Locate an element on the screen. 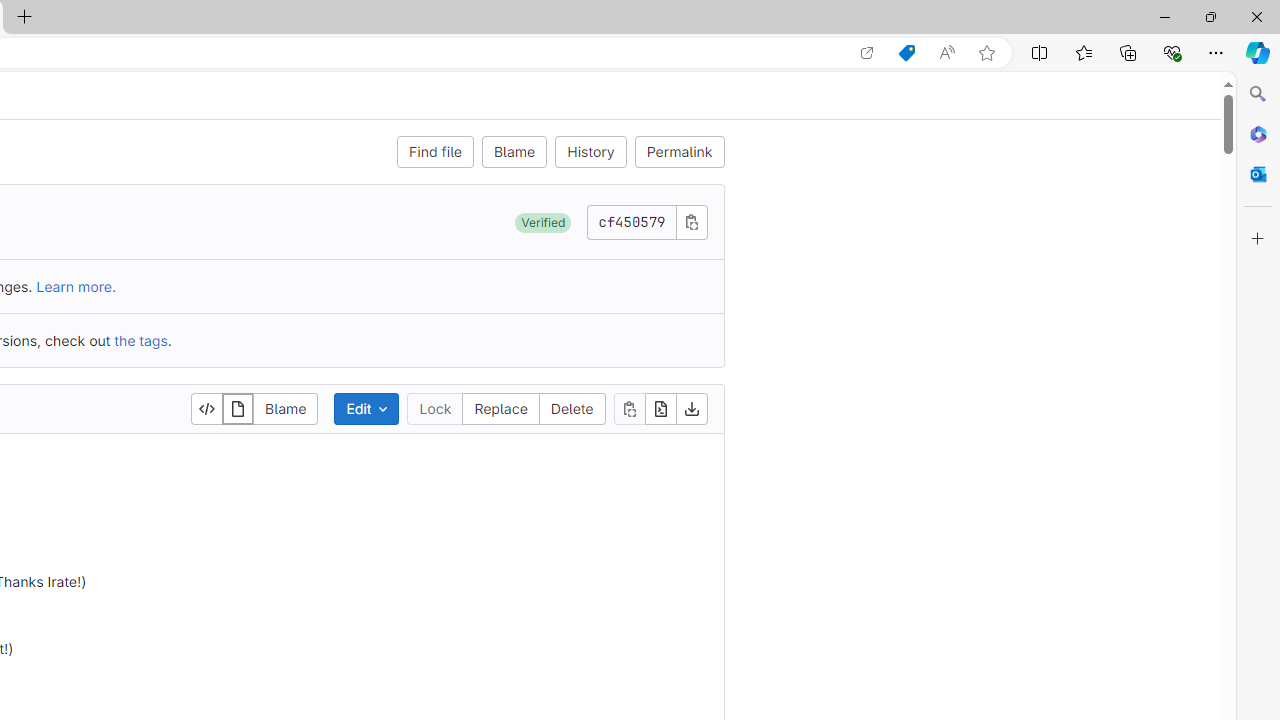  'the tags' is located at coordinates (139, 339).